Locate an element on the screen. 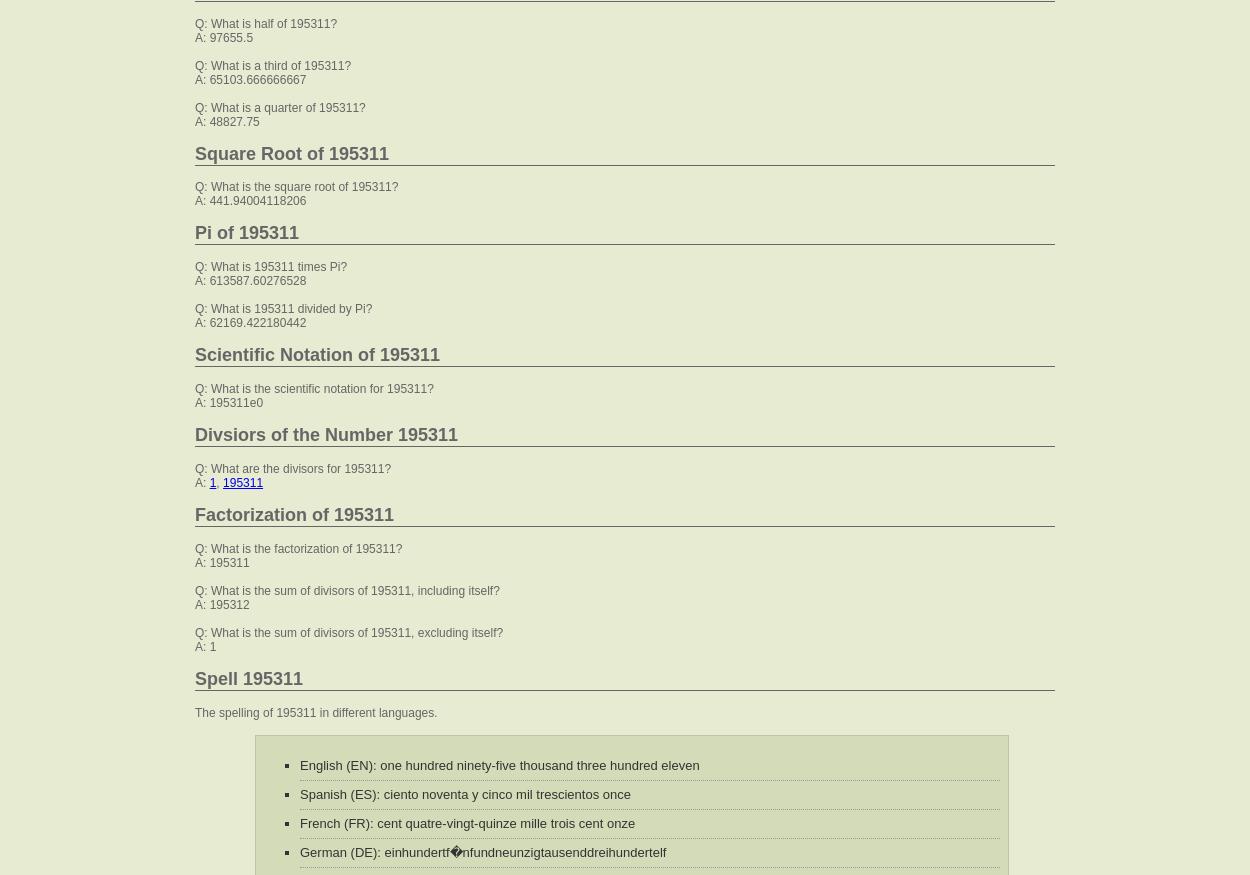 The width and height of the screenshot is (1250, 875). 'Q: What is the scientific notation for 195311?' is located at coordinates (313, 388).